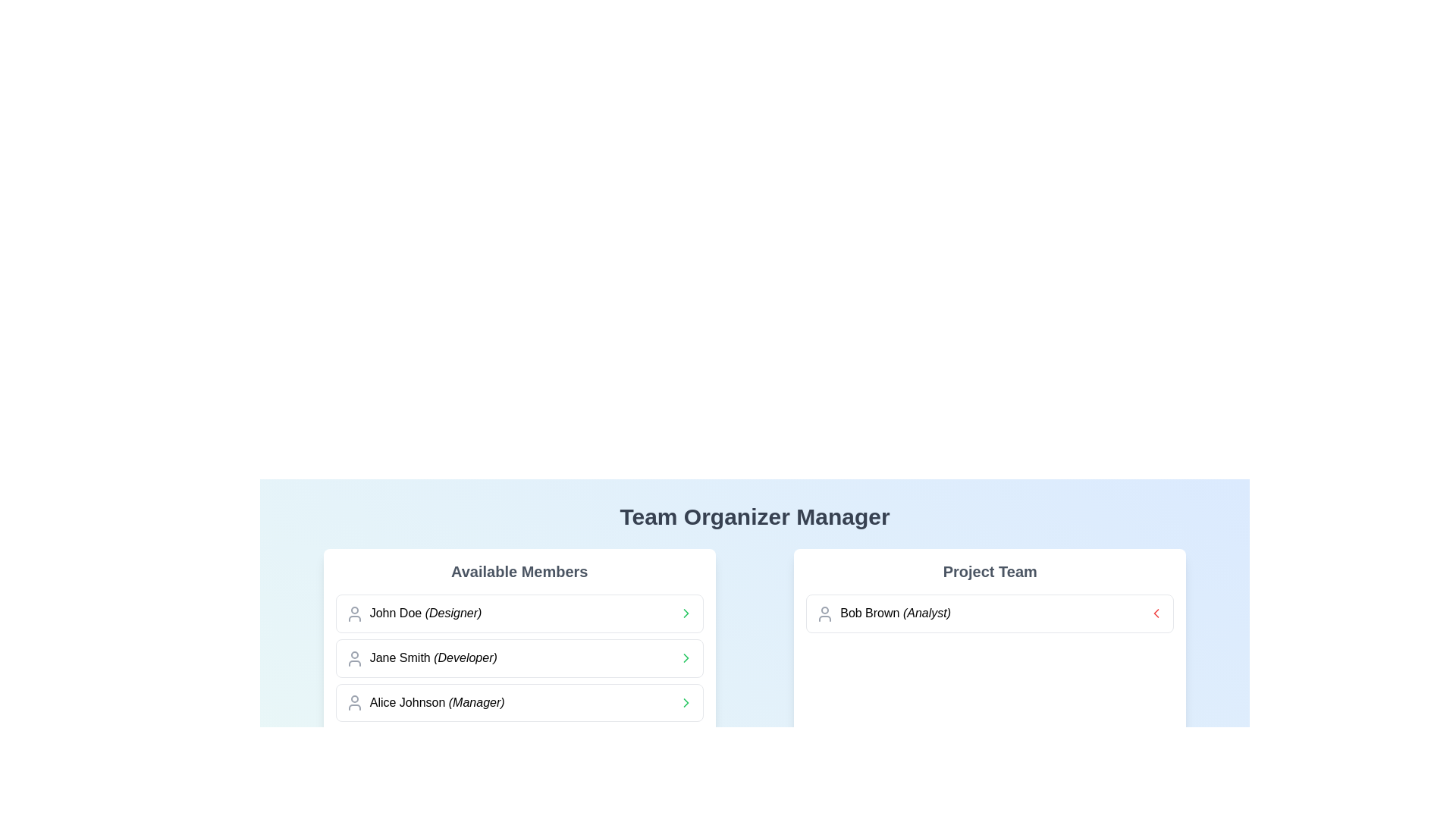 This screenshot has height=819, width=1456. I want to click on the text label that provides additional context about the role or profession of the individual, specifically the label 'Designer' which follows the name 'John Doe', so click(453, 611).